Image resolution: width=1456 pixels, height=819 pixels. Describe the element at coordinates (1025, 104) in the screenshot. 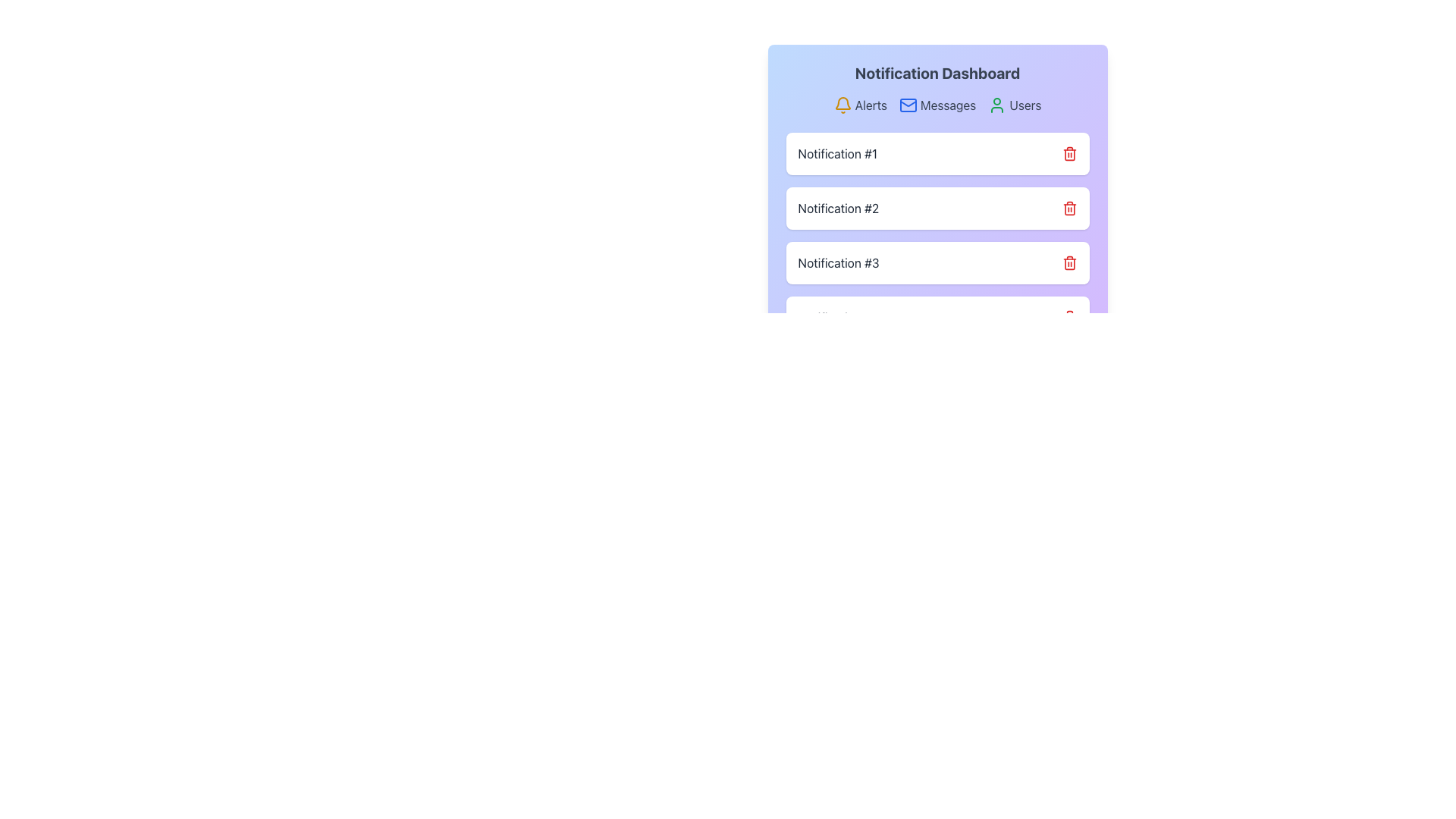

I see `the text label indicating user management or profiles` at that location.